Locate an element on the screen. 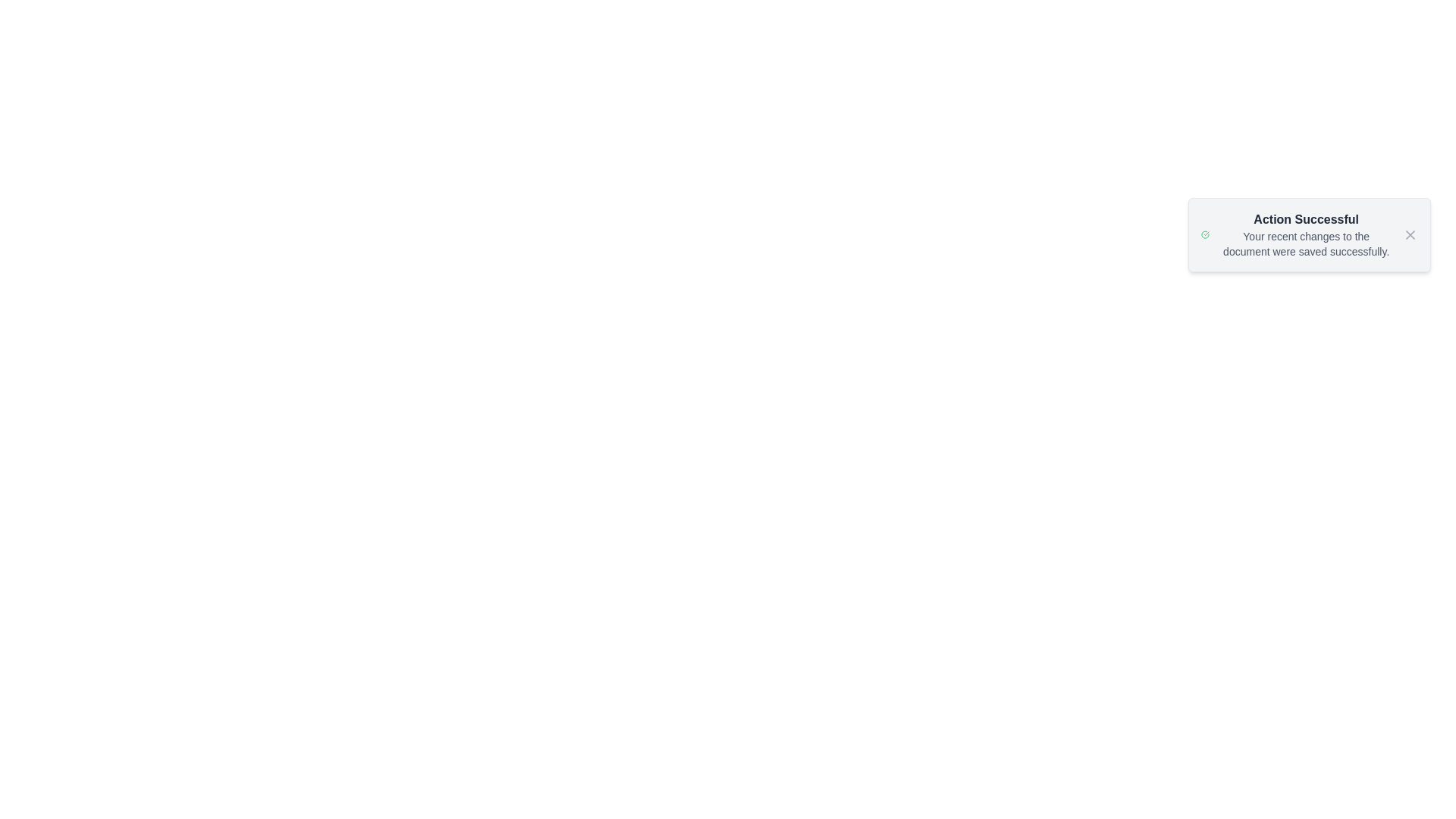 The width and height of the screenshot is (1456, 819). the alert icon to inspect it visually is located at coordinates (1204, 234).